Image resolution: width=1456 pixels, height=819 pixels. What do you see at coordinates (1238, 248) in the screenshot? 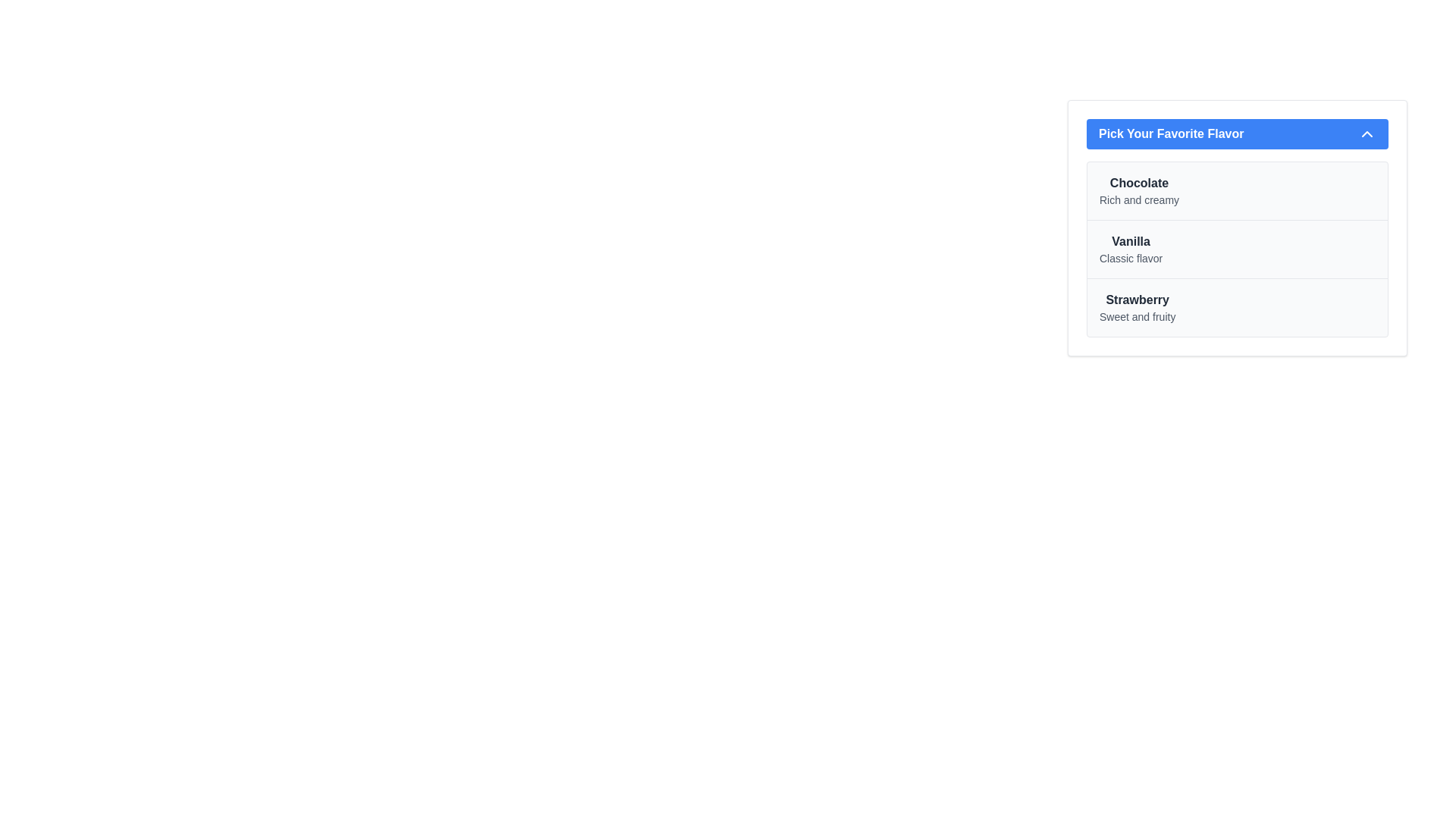
I see `the selectable list item labeled 'Vanilla' with the subtitle 'Classic flavor', which is the second item under 'Pick Your Favorite Flavor'` at bounding box center [1238, 248].